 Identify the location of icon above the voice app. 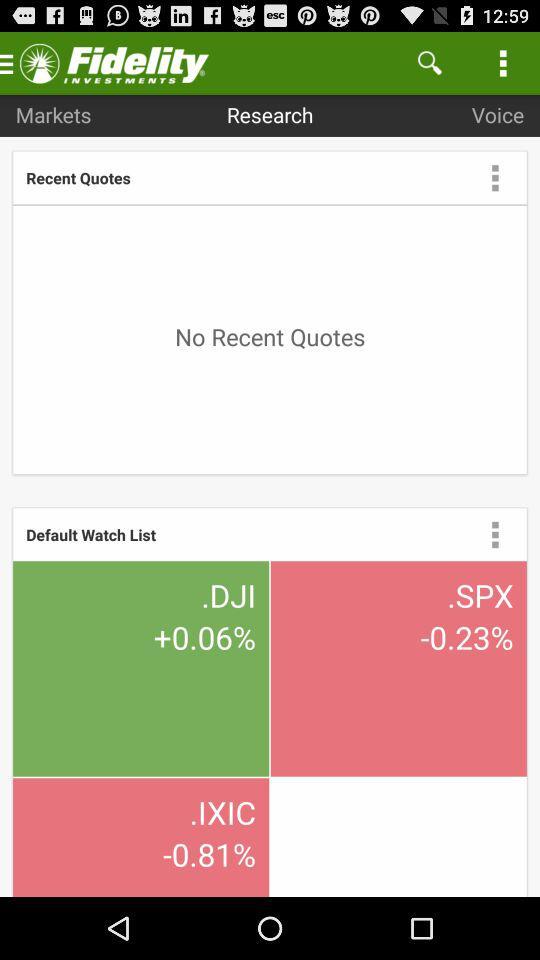
(428, 62).